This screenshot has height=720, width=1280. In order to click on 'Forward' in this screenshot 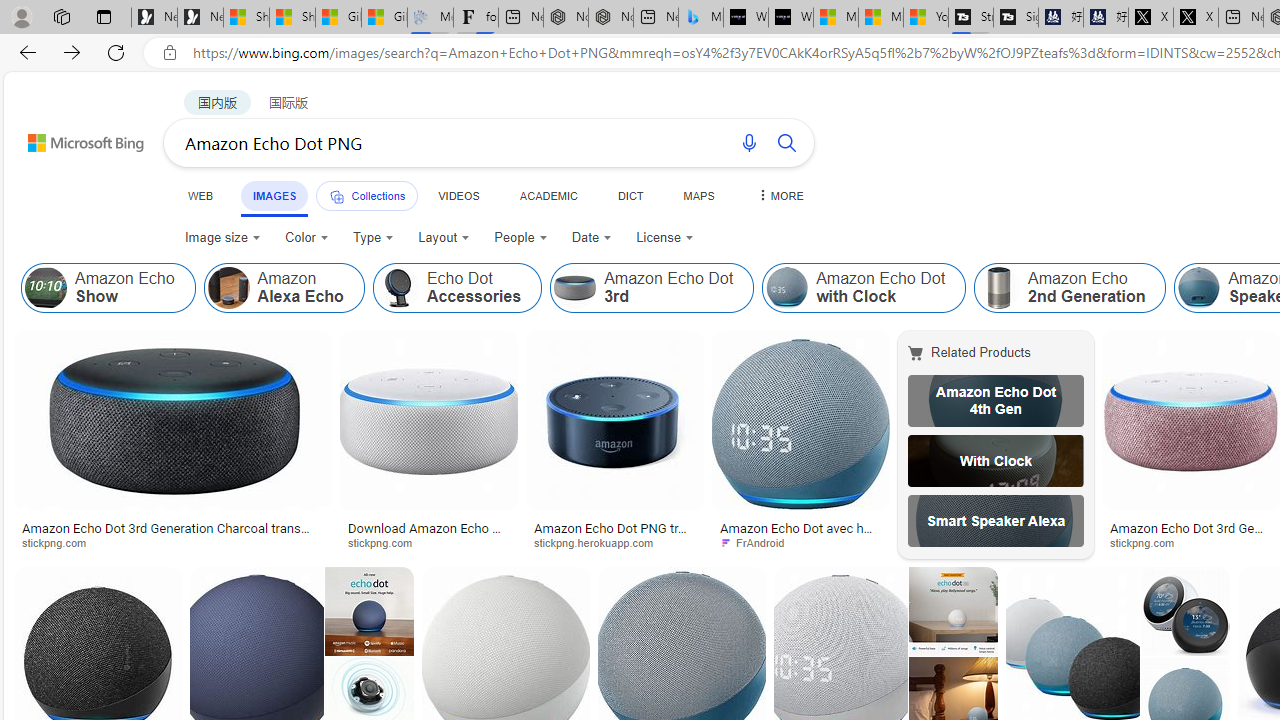, I will do `click(72, 51)`.